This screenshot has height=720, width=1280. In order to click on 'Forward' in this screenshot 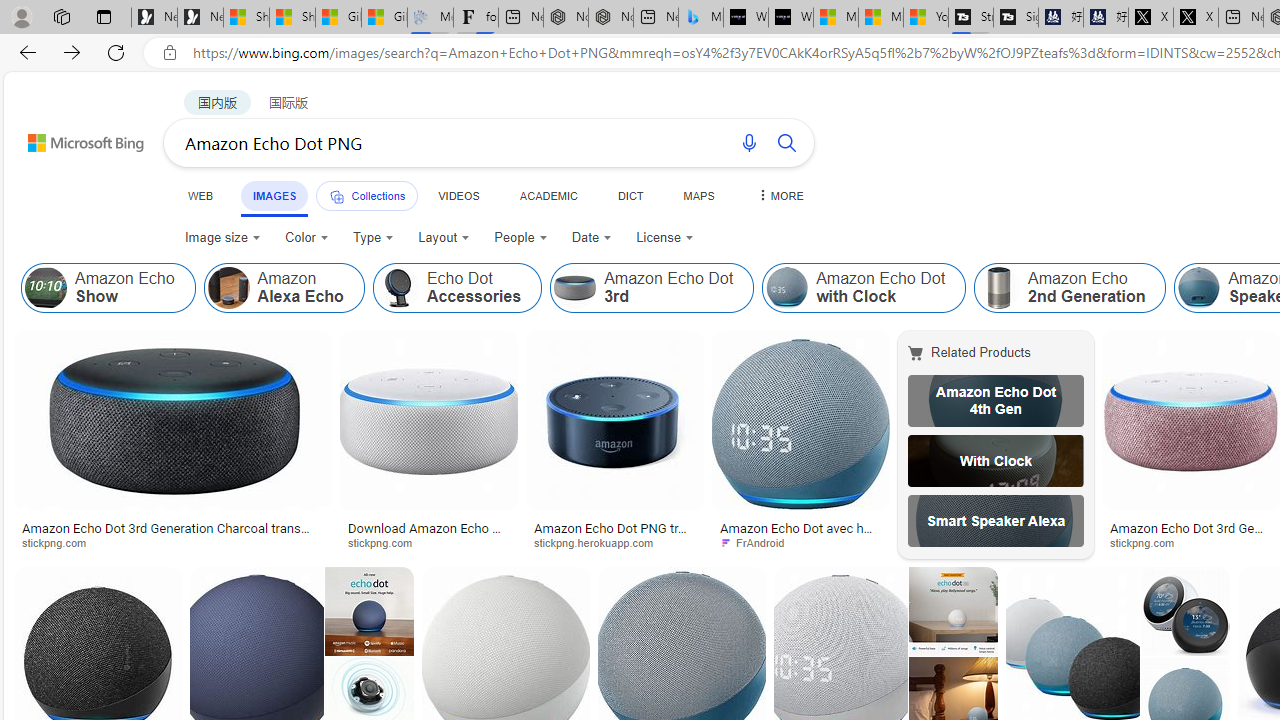, I will do `click(72, 51)`.